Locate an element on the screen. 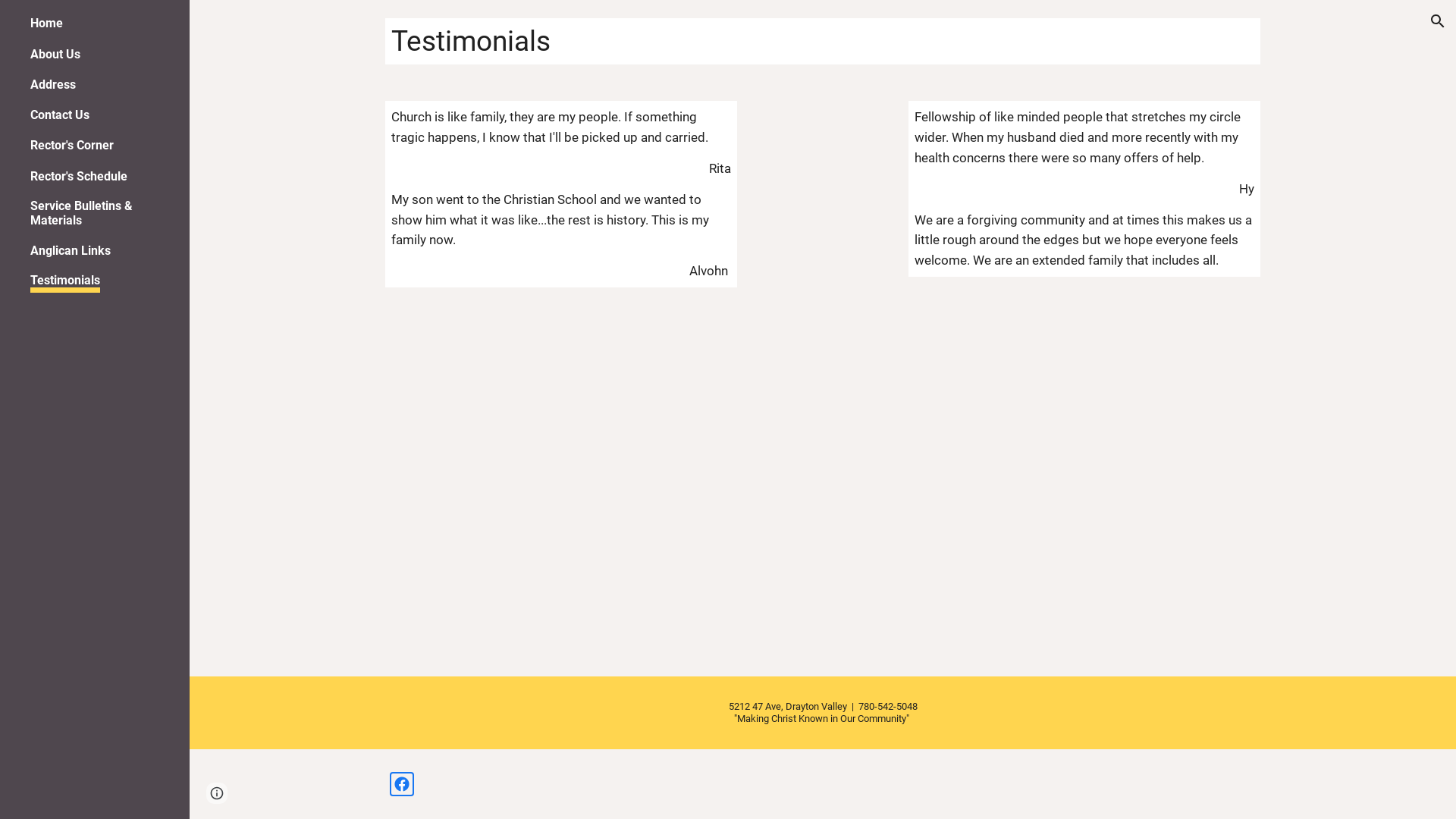 This screenshot has height=819, width=1456. 'Anglican Links' is located at coordinates (69, 249).